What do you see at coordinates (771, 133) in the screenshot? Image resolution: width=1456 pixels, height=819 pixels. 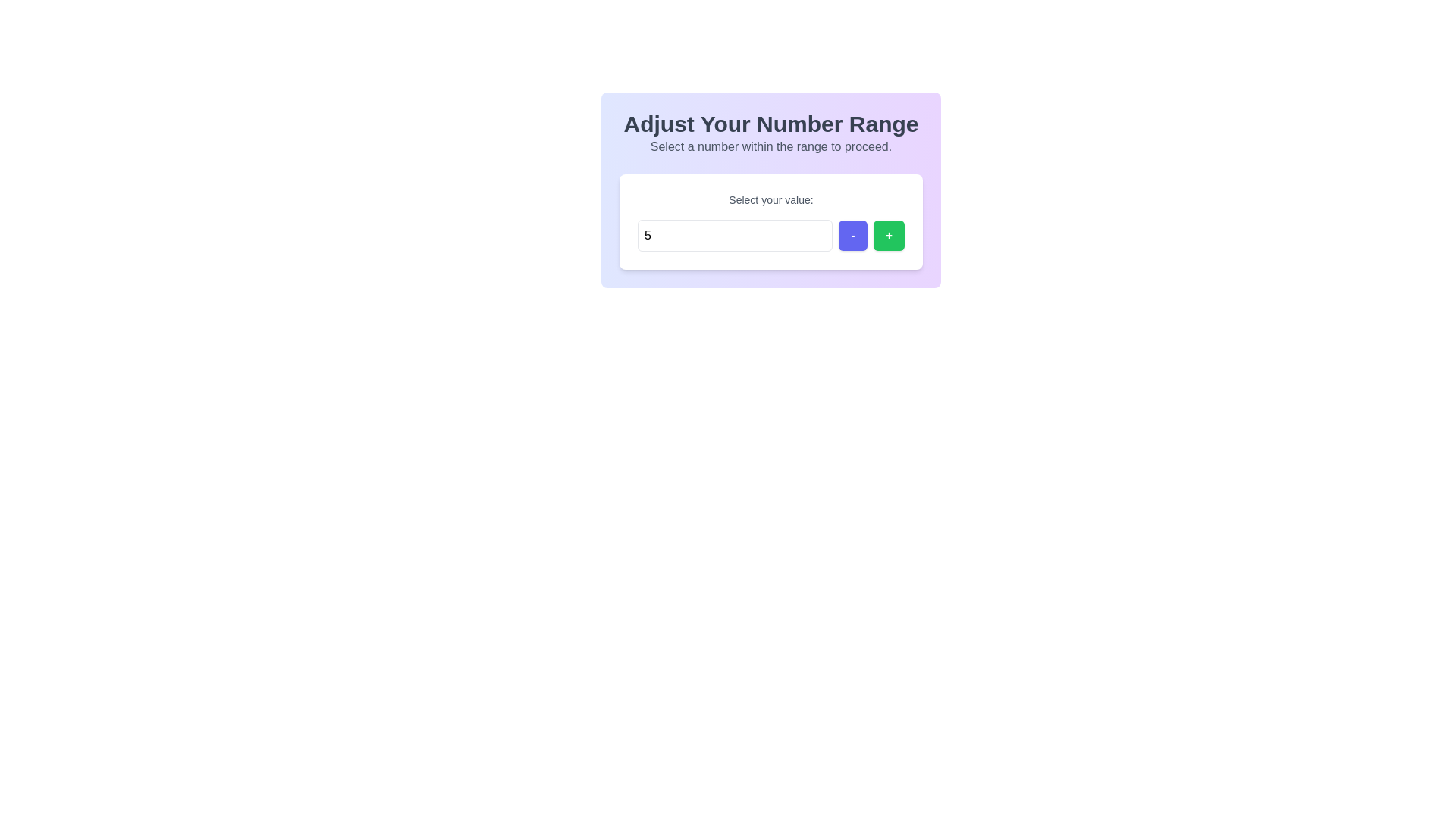 I see `the textual informational header that displays 'Adjust Your Number Range' and 'Select a number within the range to proceed.'` at bounding box center [771, 133].